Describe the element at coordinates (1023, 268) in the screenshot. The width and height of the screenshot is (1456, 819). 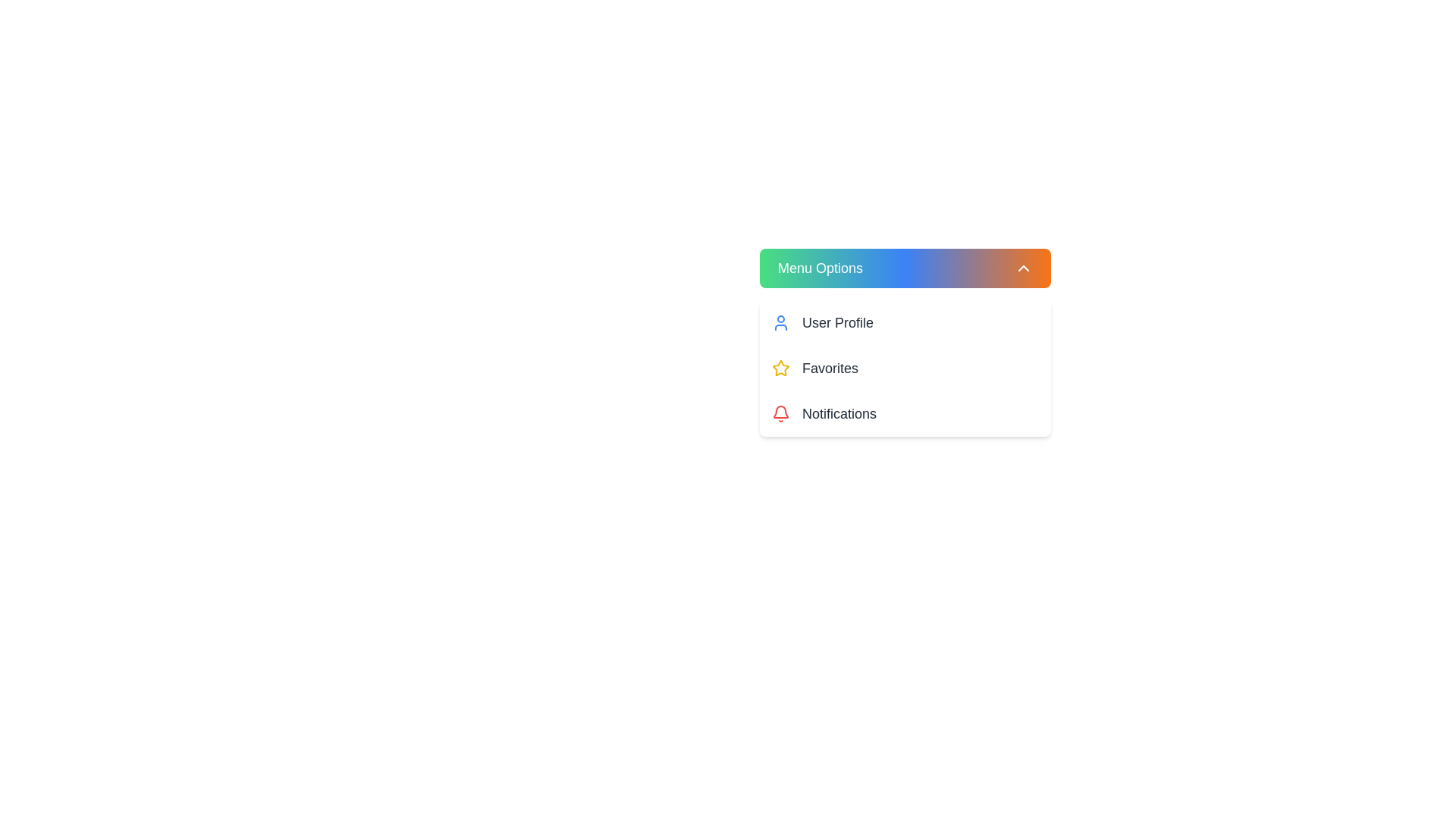
I see `the chevron upwards icon located at the far right of the 'Menu Options' button` at that location.